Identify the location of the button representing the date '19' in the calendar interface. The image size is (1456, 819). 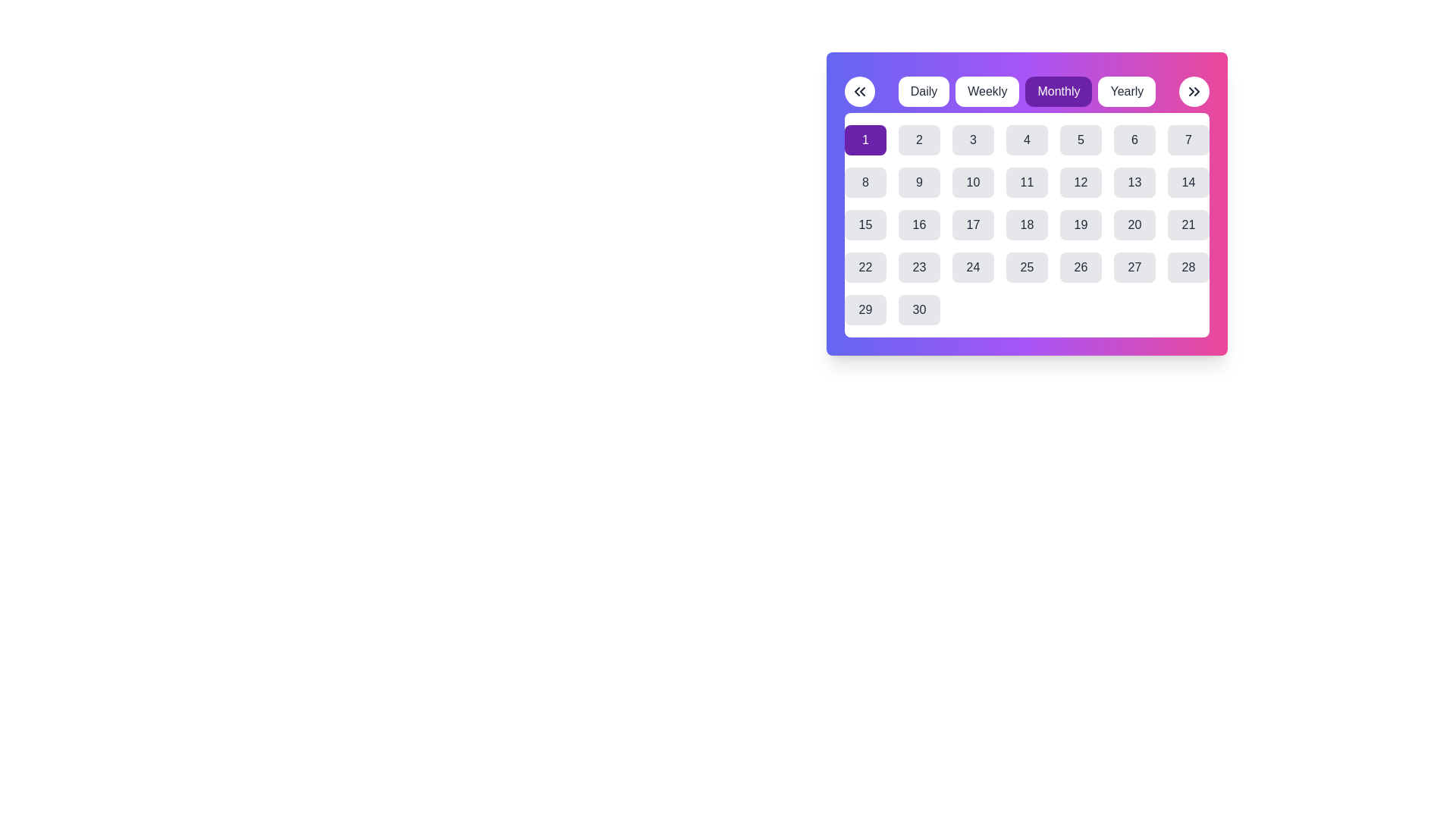
(1080, 225).